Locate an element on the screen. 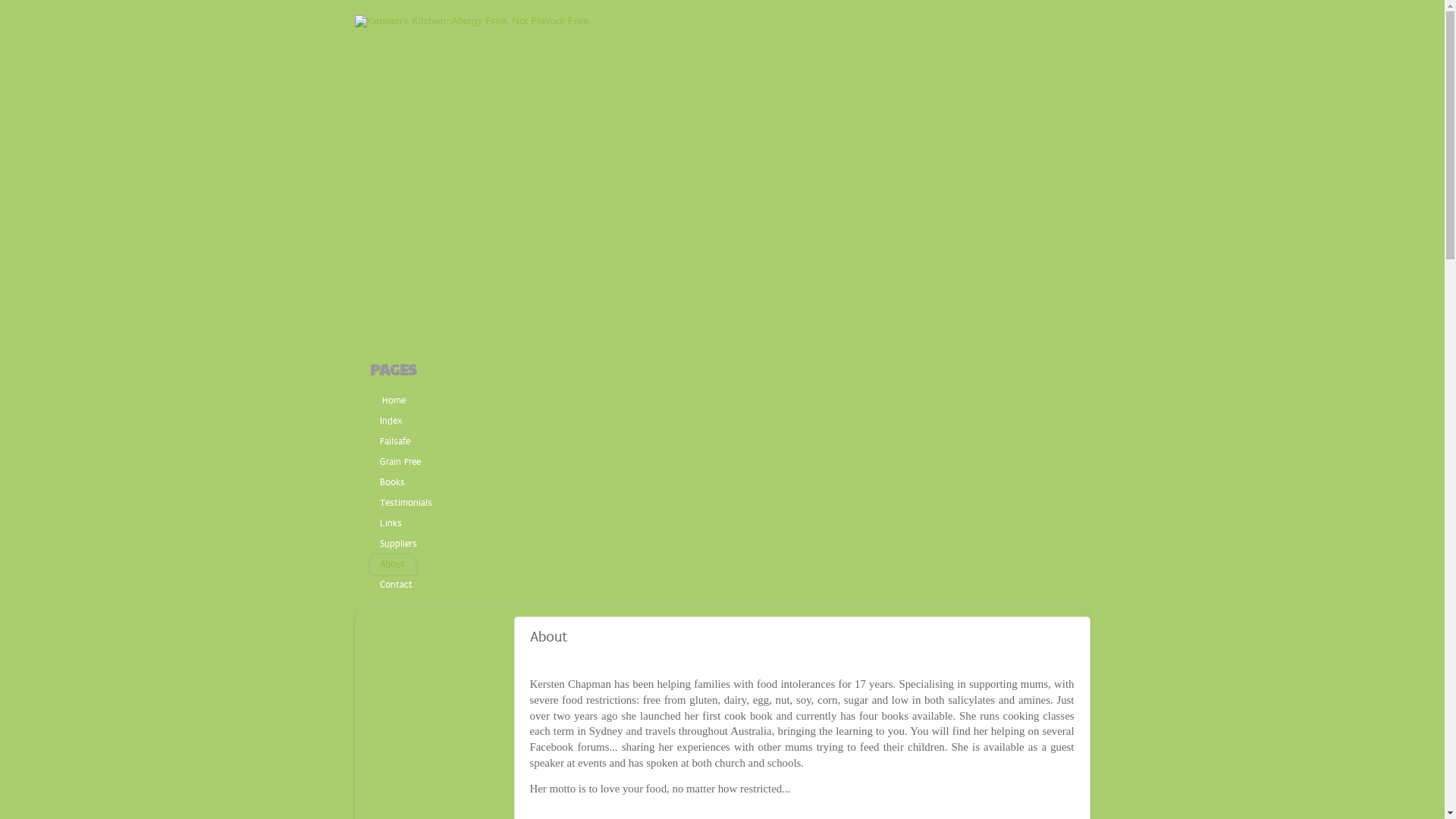 The image size is (1456, 819). 'About' is located at coordinates (370, 563).